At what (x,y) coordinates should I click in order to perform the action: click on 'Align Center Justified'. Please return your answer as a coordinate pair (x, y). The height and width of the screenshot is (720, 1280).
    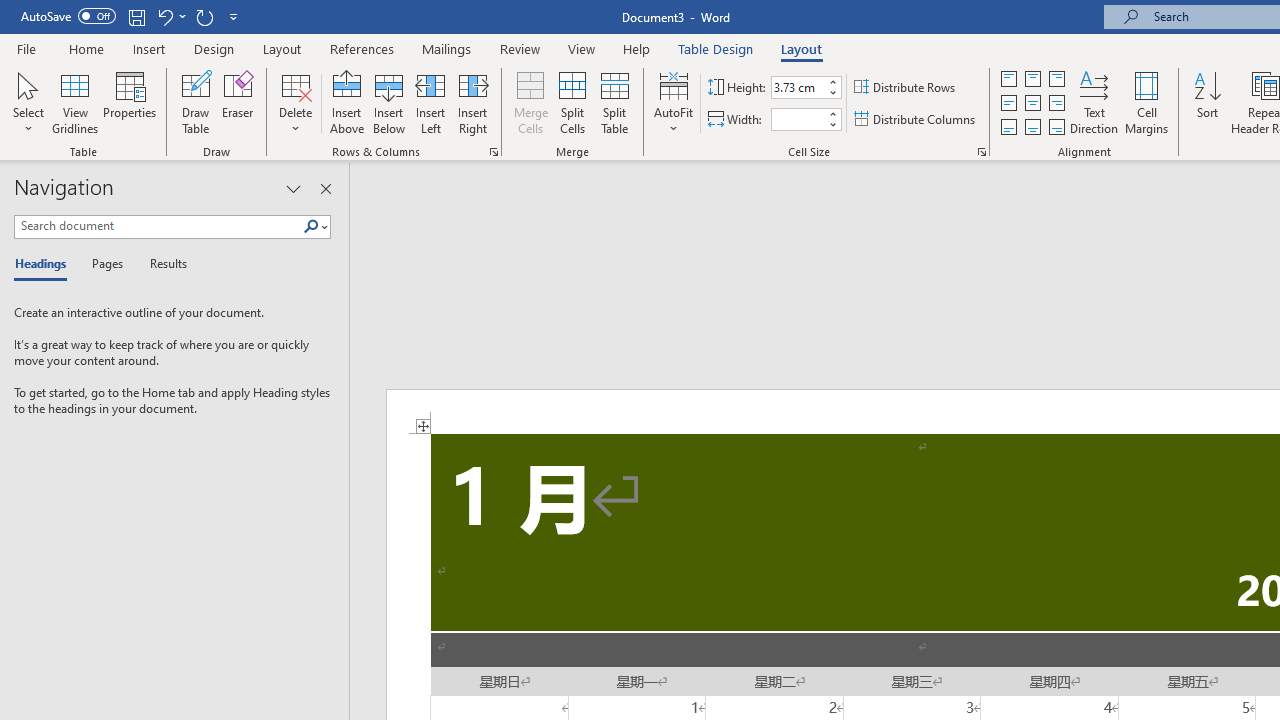
    Looking at the image, I should click on (1009, 103).